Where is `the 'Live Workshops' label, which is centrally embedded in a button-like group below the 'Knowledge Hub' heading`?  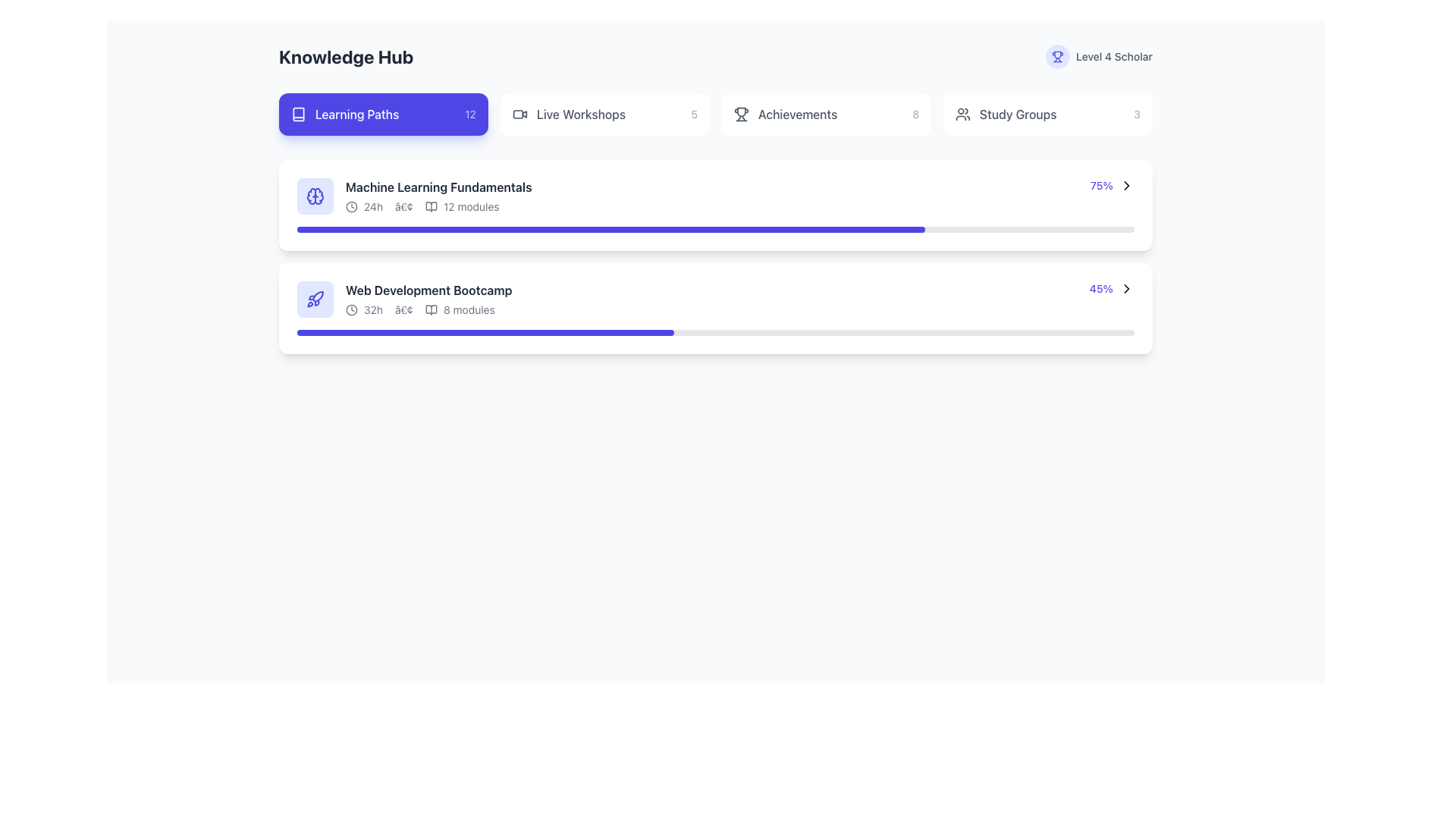
the 'Live Workshops' label, which is centrally embedded in a button-like group below the 'Knowledge Hub' heading is located at coordinates (580, 113).